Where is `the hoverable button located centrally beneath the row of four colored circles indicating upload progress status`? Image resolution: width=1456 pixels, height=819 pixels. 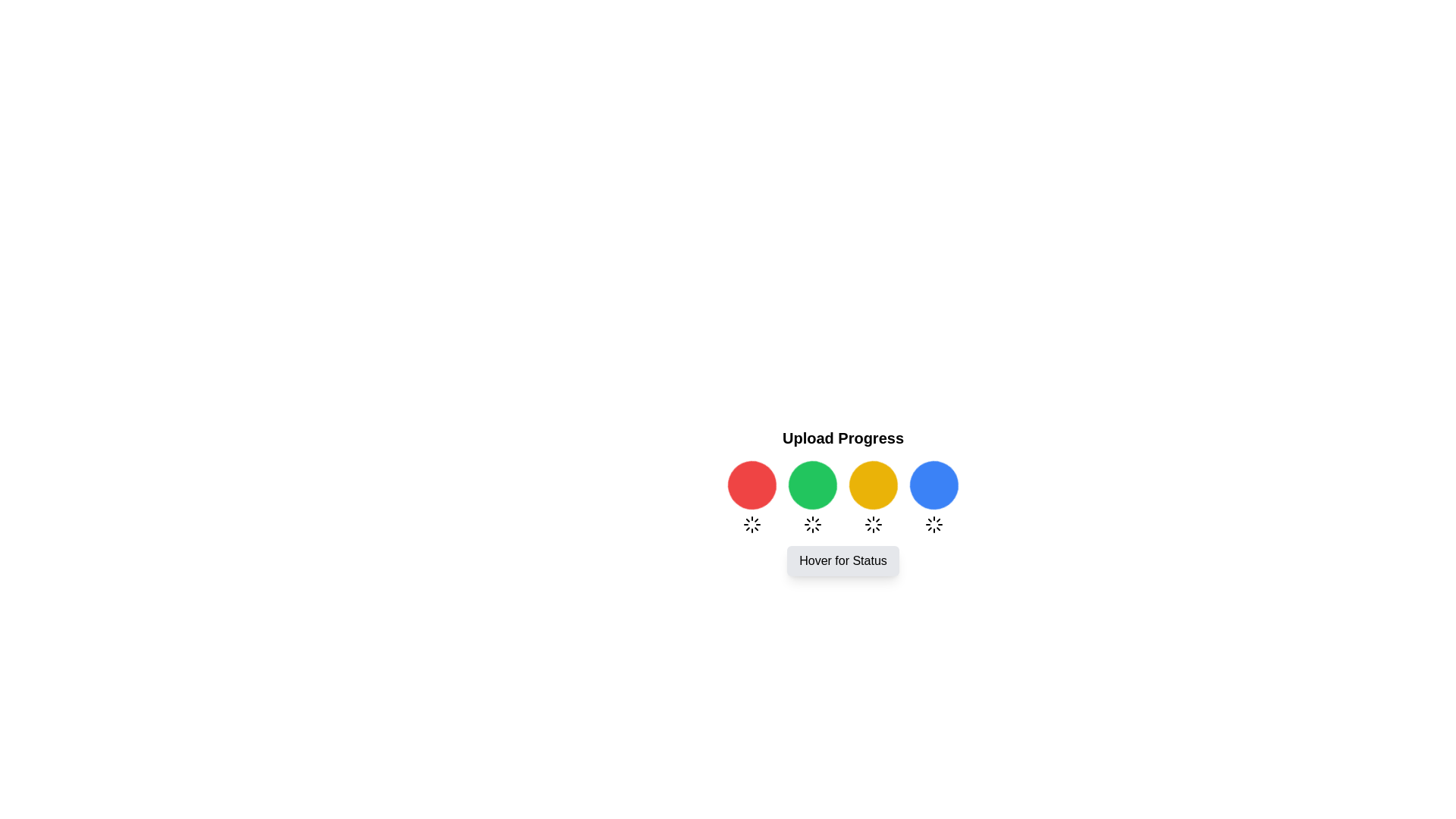 the hoverable button located centrally beneath the row of four colored circles indicating upload progress status is located at coordinates (843, 561).